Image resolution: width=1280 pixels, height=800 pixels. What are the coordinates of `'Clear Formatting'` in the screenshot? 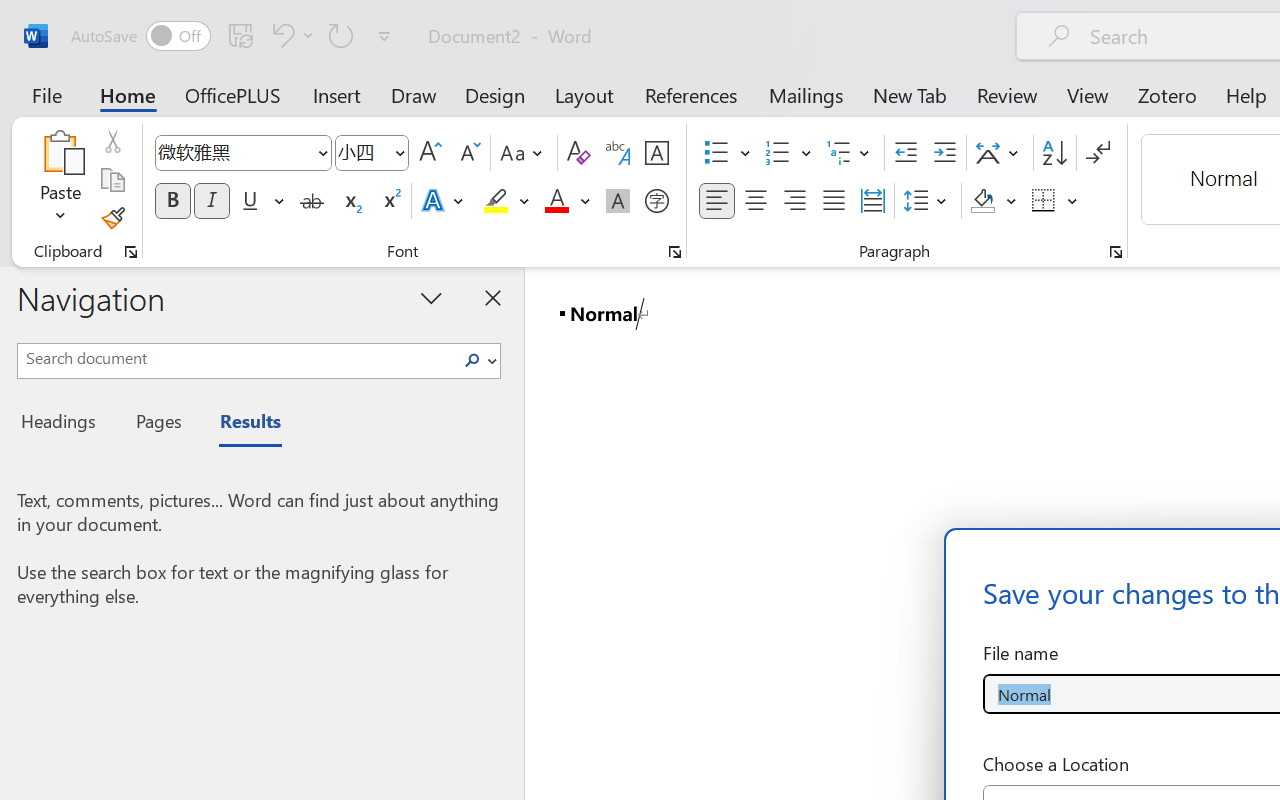 It's located at (577, 153).